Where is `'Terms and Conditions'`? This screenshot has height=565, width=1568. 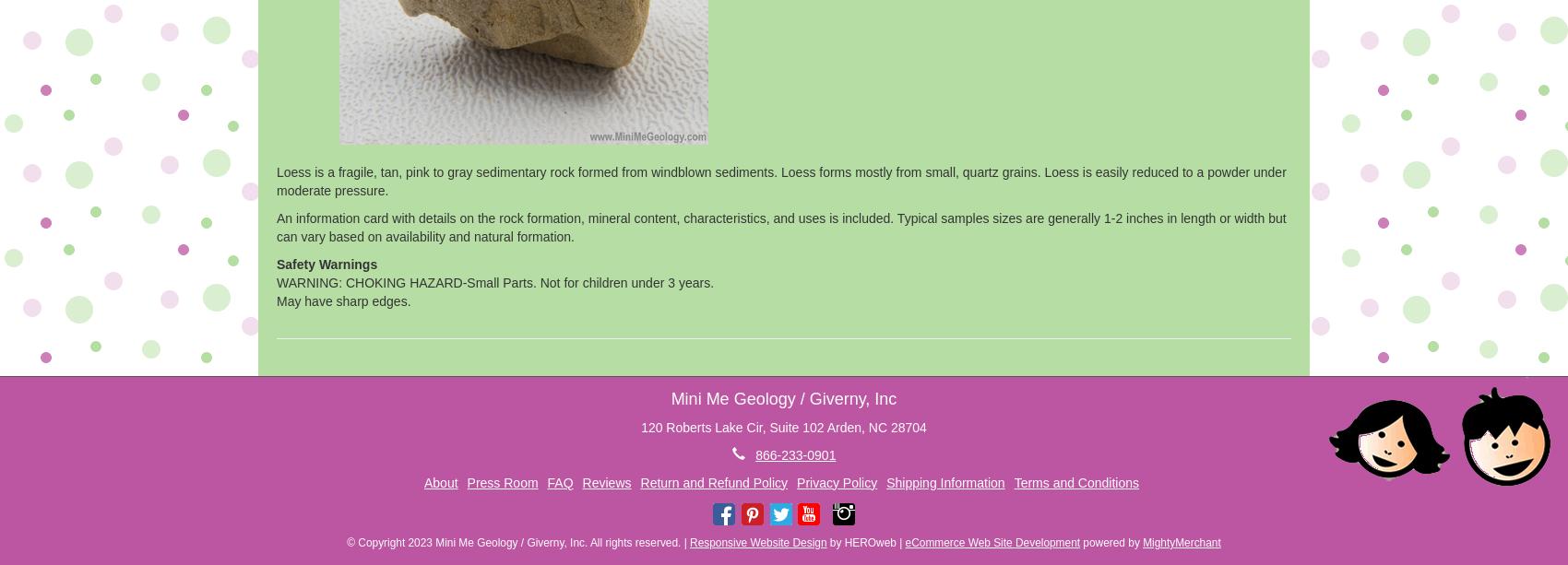
'Terms and Conditions' is located at coordinates (1014, 481).